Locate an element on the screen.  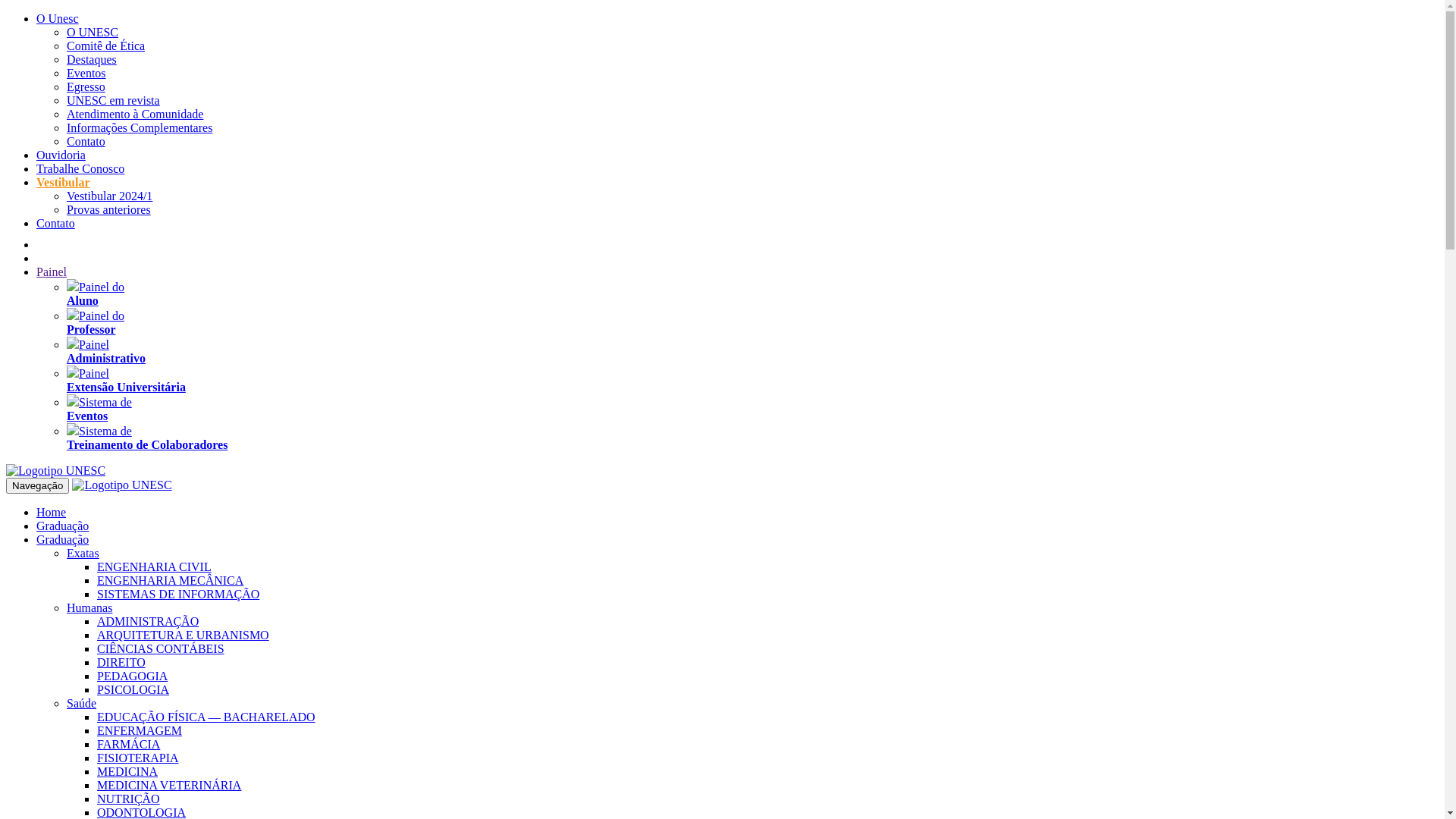
'O UNESC' is located at coordinates (65, 32).